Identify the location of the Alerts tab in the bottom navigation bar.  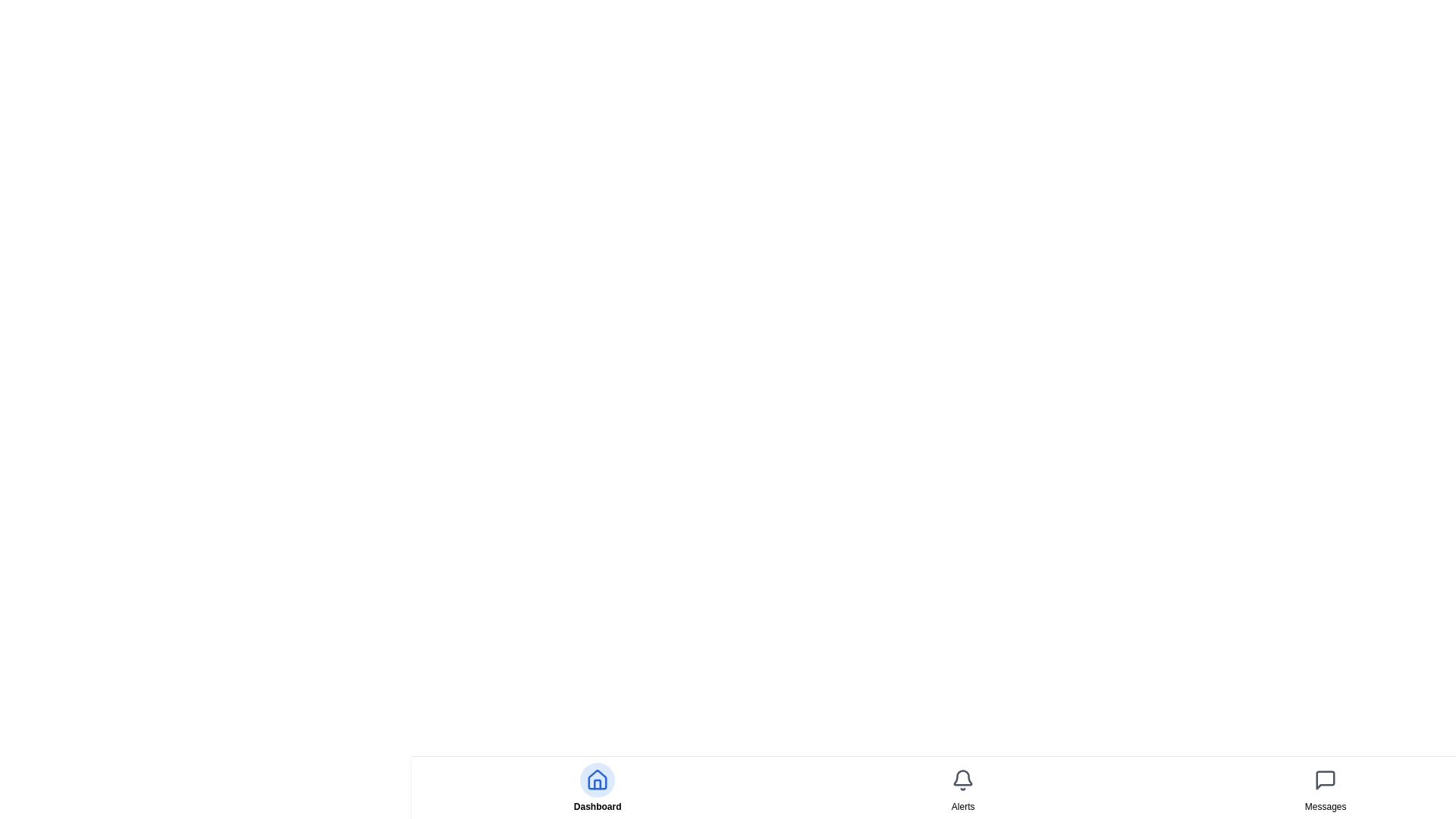
(962, 786).